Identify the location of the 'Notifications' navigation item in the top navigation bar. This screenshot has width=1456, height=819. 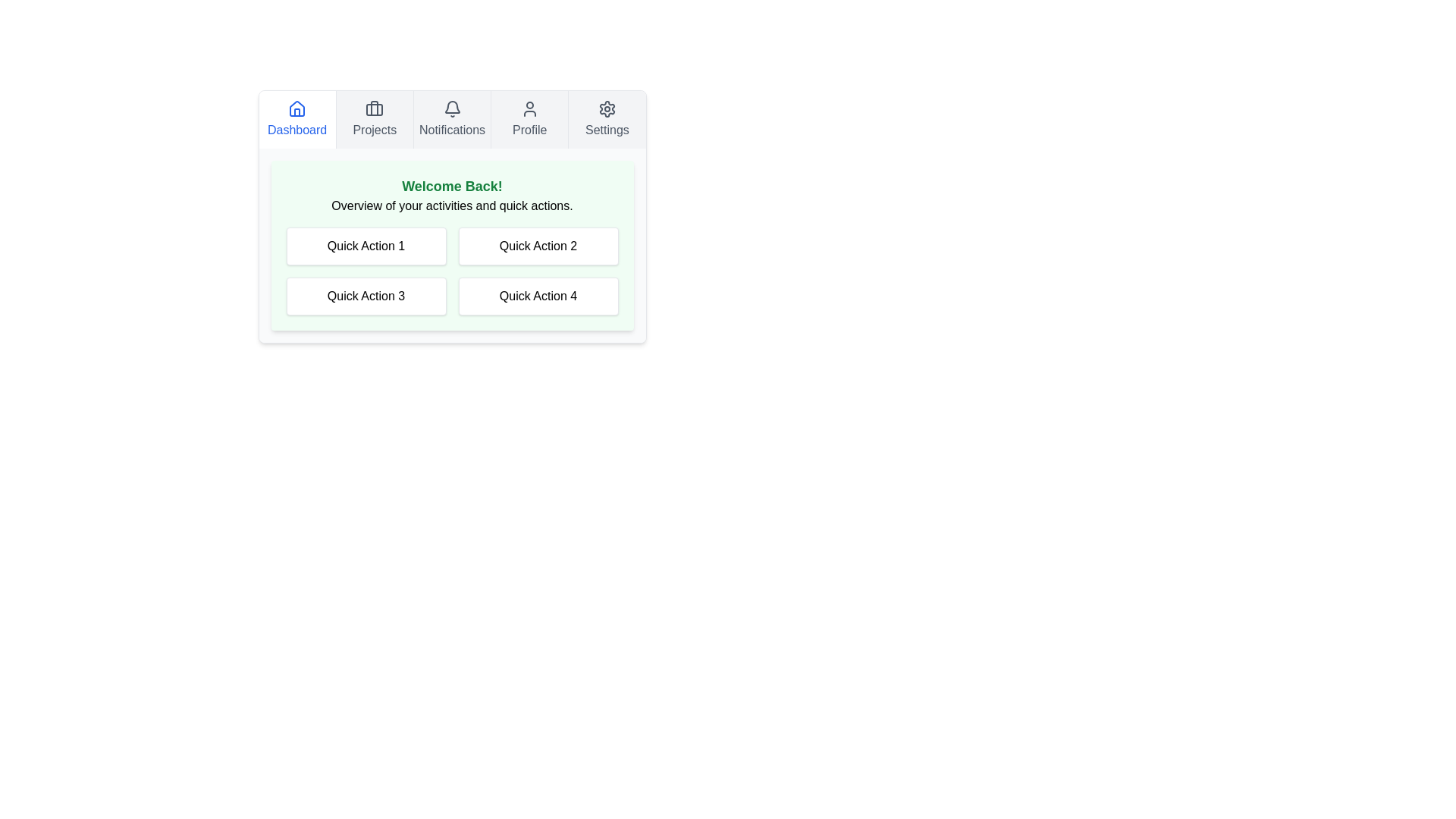
(450, 119).